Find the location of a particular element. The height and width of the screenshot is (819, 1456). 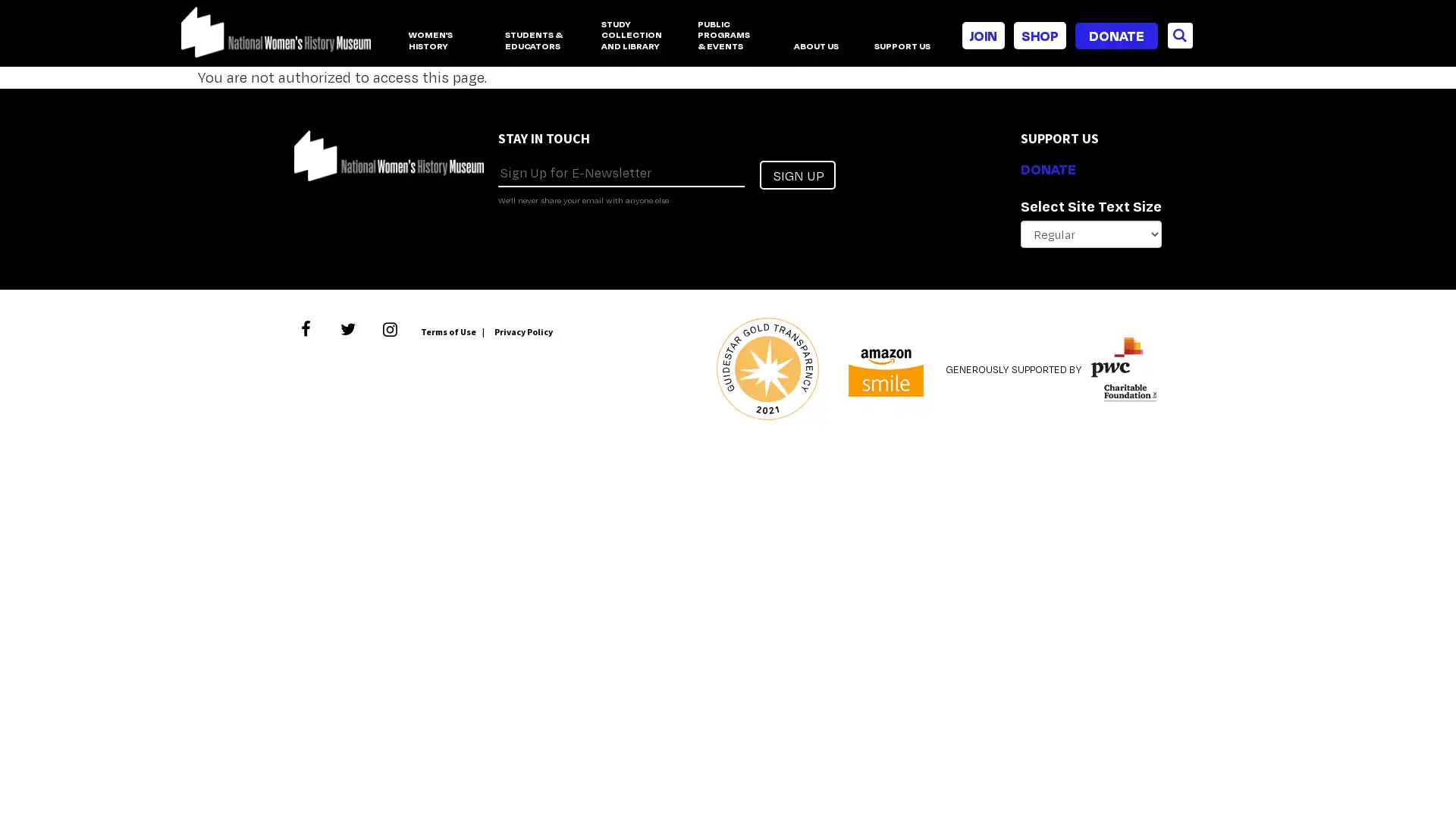

SIGN UP is located at coordinates (796, 174).